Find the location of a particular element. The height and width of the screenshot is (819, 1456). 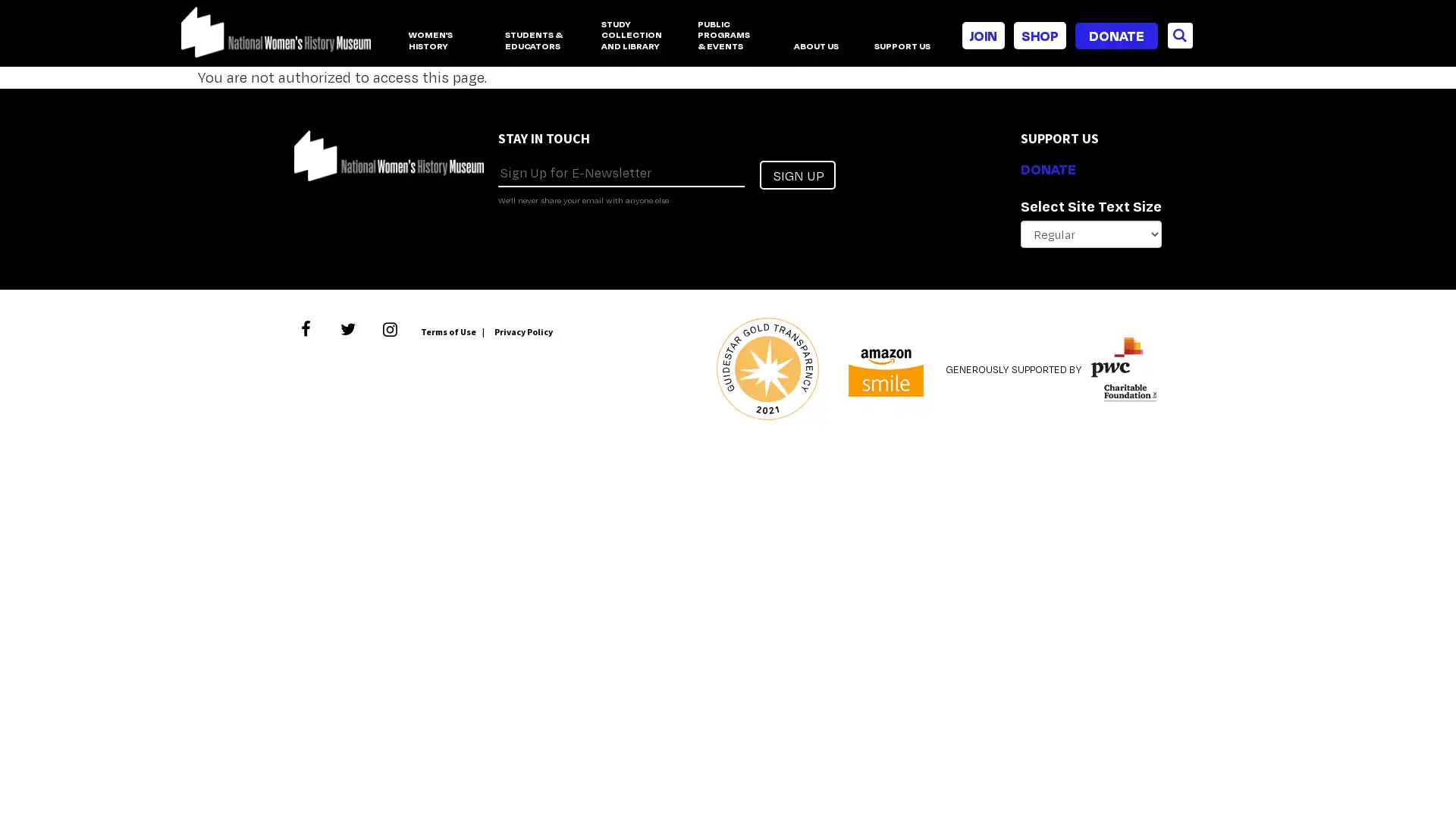

SIGN UP is located at coordinates (796, 174).